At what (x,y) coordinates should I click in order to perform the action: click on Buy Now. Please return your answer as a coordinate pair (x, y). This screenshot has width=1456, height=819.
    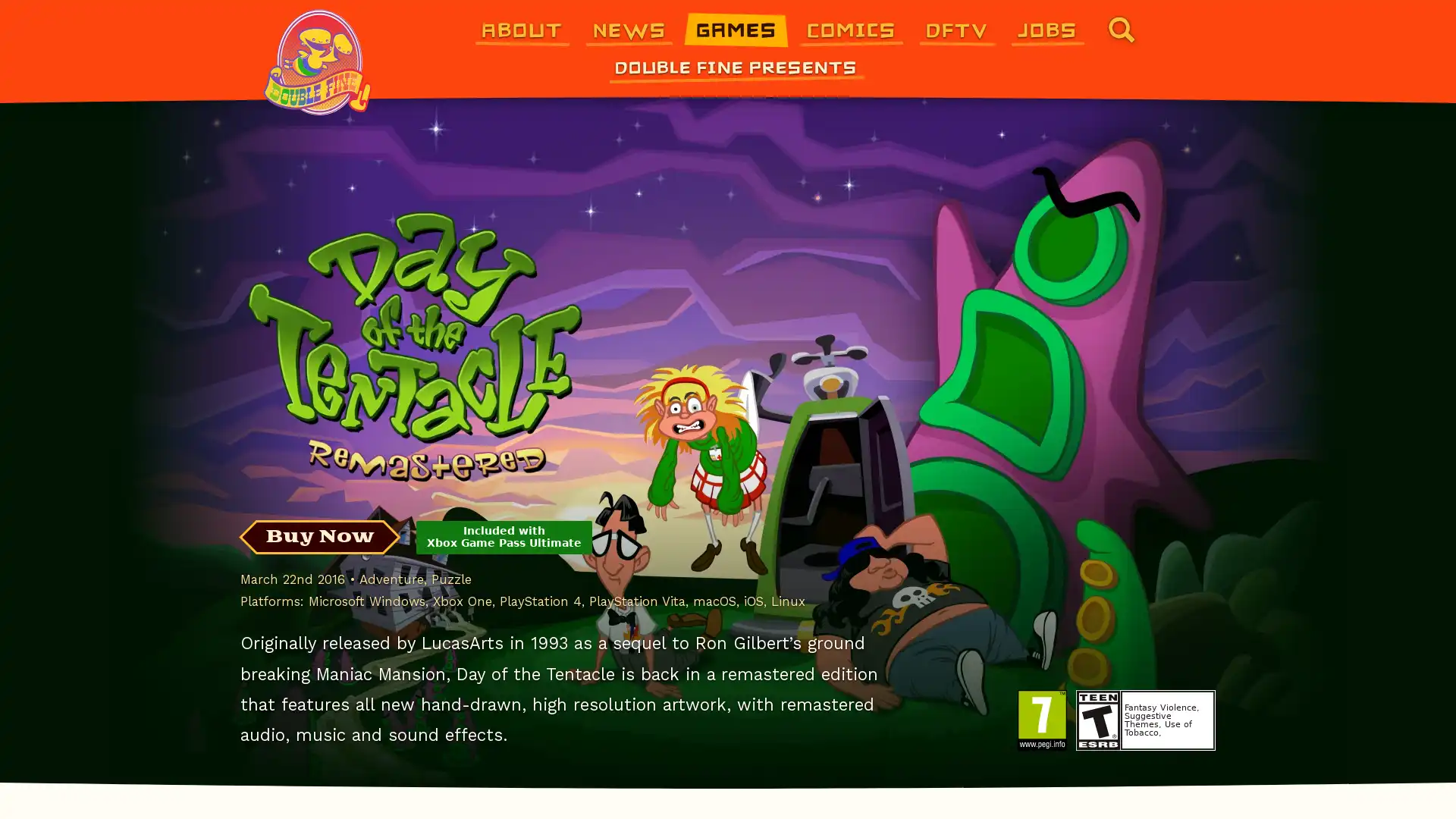
    Looking at the image, I should click on (318, 536).